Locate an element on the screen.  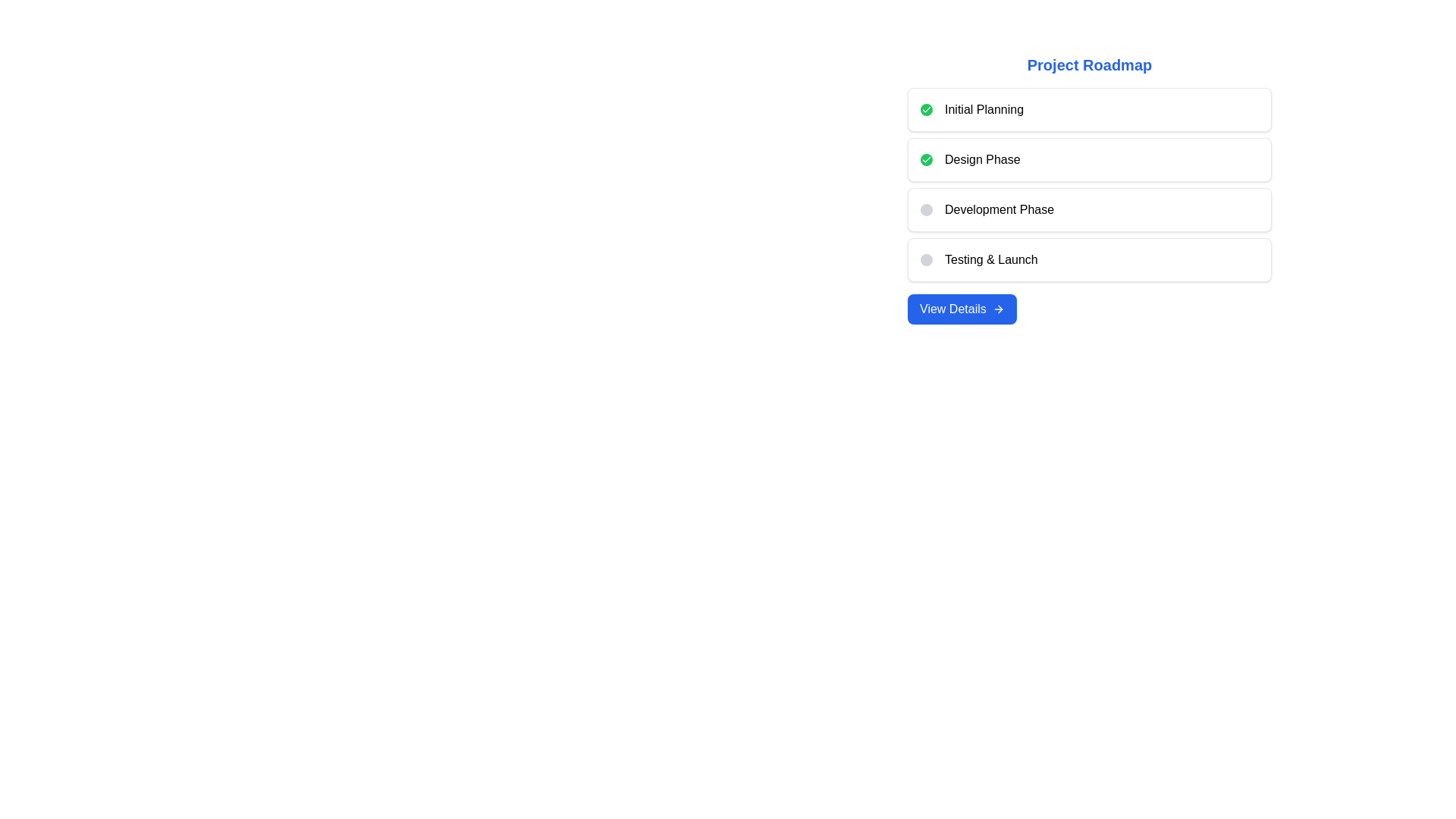
the 'Design Phase' text label that indicates the completion of the second stage of the project roadmap, located to the right of a green circular icon with a checkmark is located at coordinates (982, 160).